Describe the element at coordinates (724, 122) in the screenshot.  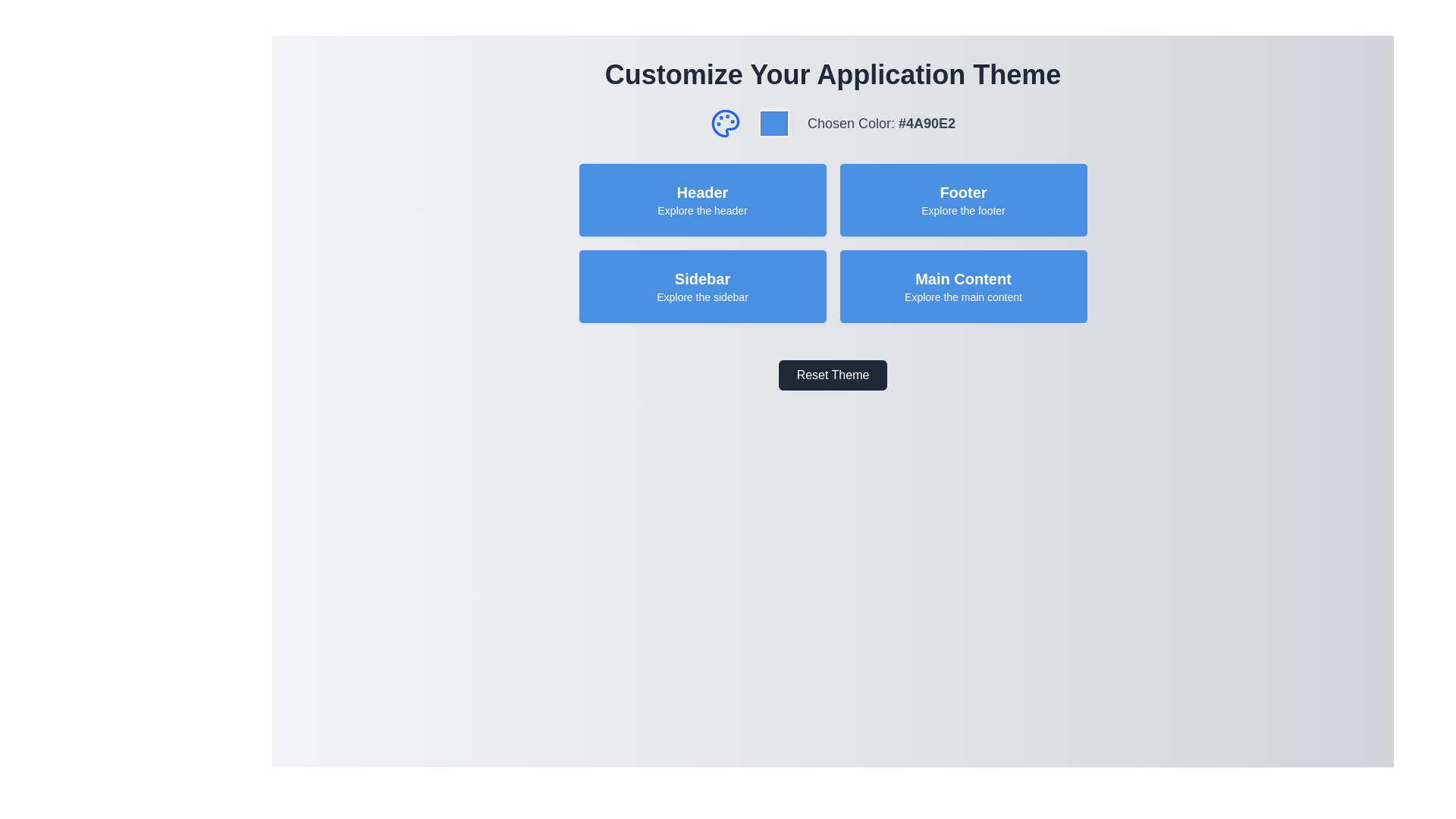
I see `the blue circular icon resembling a painter's palette with four small dots, located to the left of the text 'Chosen Color: #4A90E2'` at that location.